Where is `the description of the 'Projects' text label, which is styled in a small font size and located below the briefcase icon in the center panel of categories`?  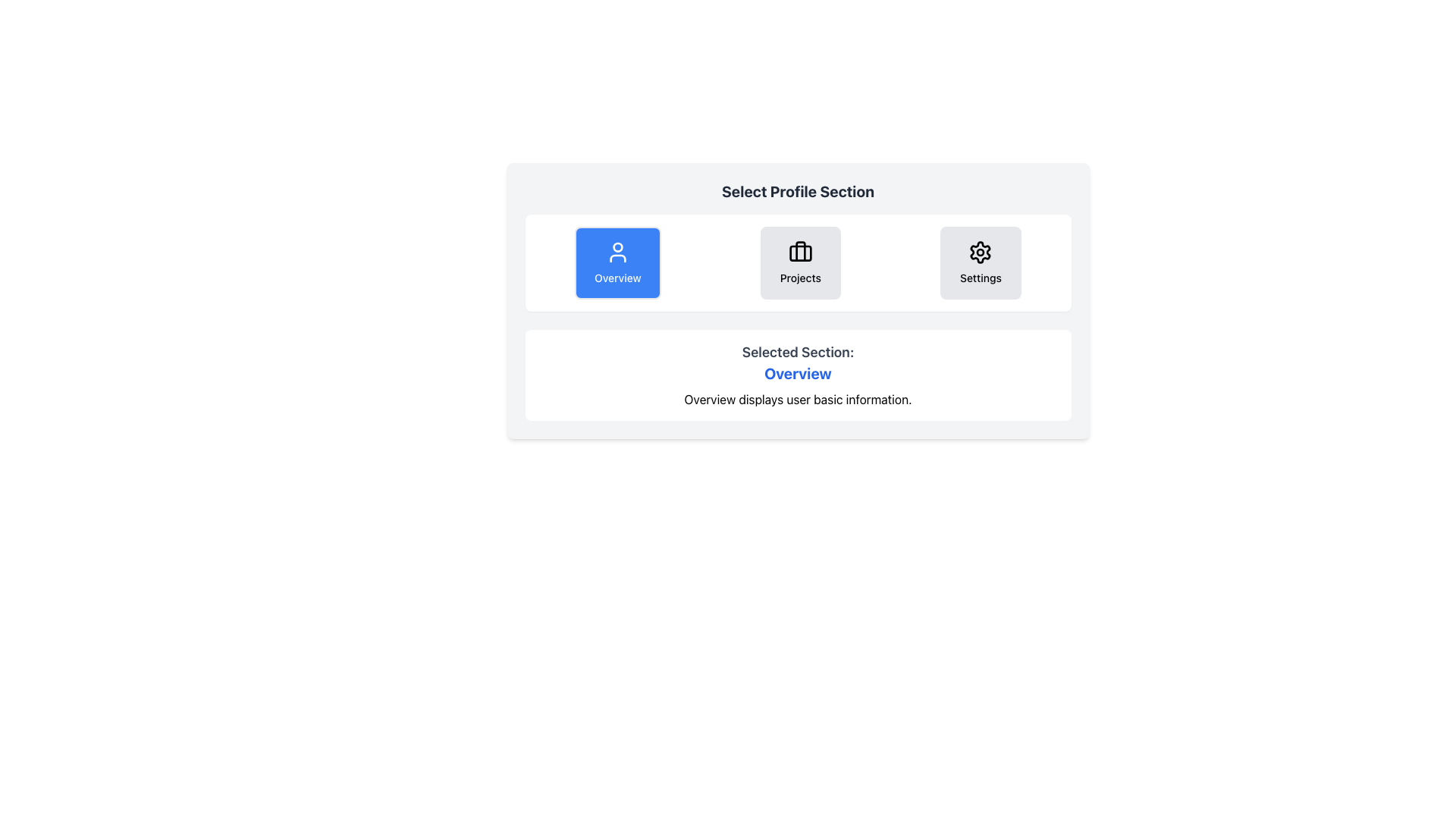
the description of the 'Projects' text label, which is styled in a small font size and located below the briefcase icon in the center panel of categories is located at coordinates (799, 278).